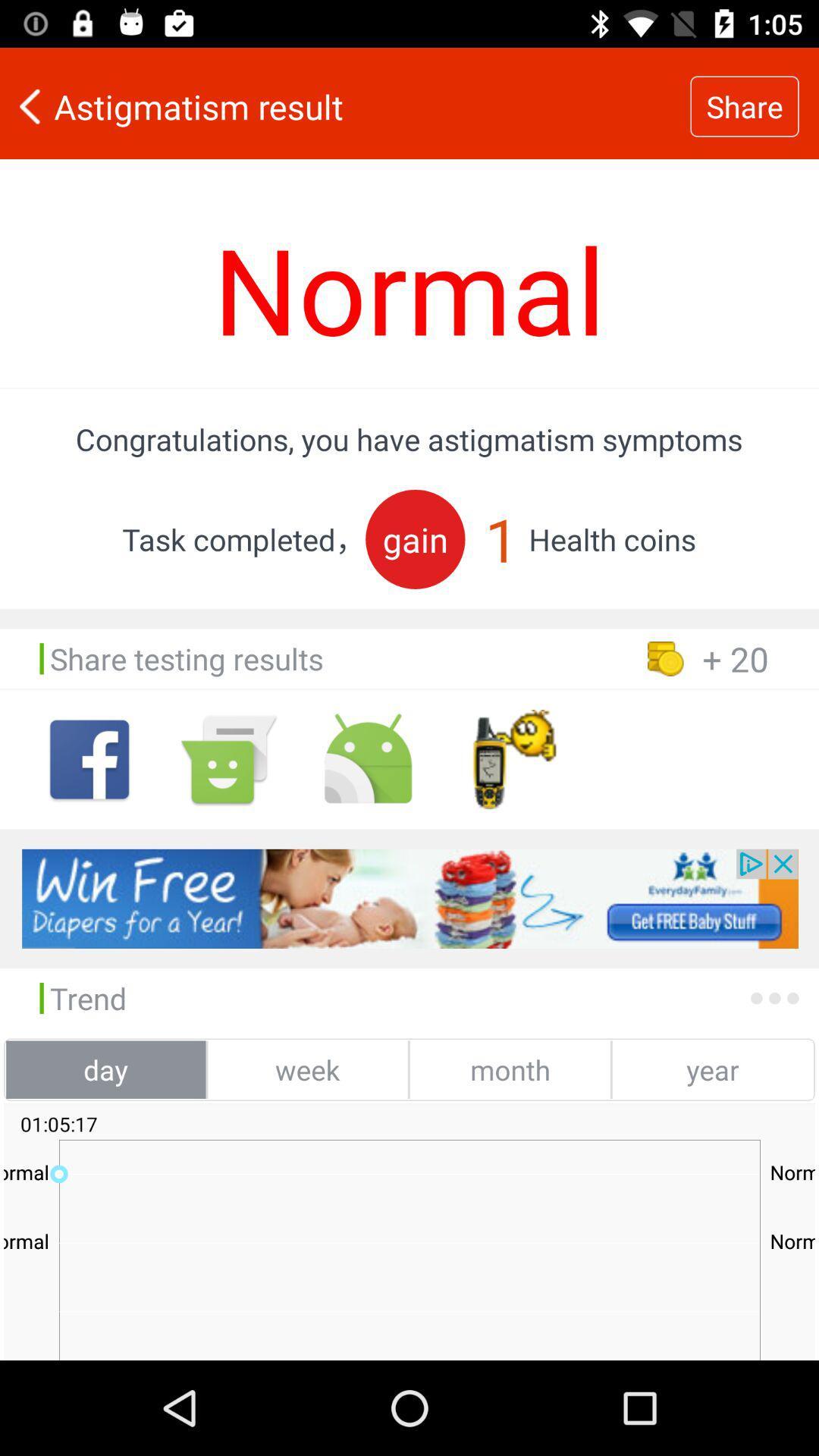 This screenshot has height=1456, width=819. I want to click on astigmatism result, so click(345, 105).